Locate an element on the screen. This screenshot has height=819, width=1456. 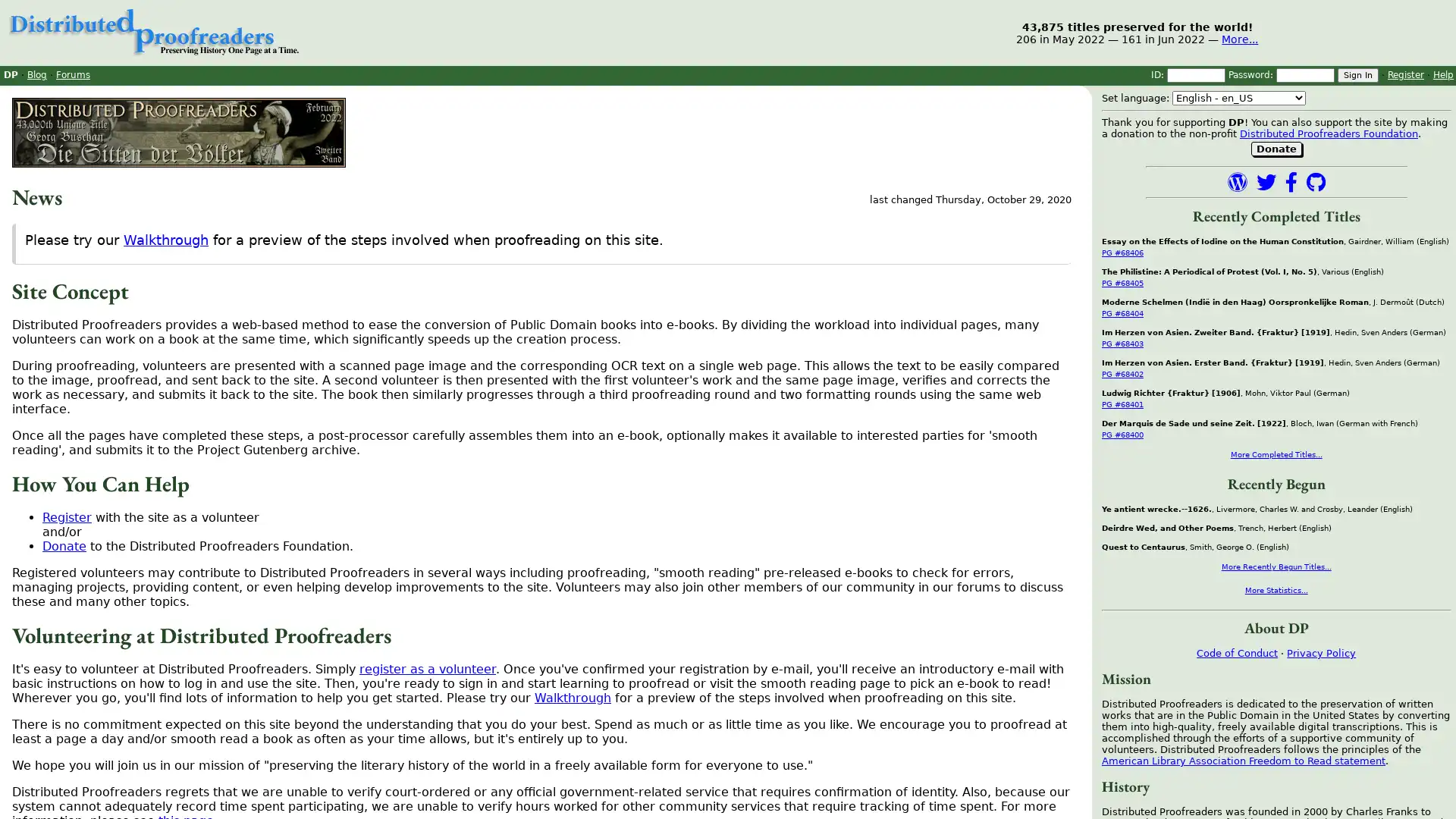
Sign In is located at coordinates (1357, 75).